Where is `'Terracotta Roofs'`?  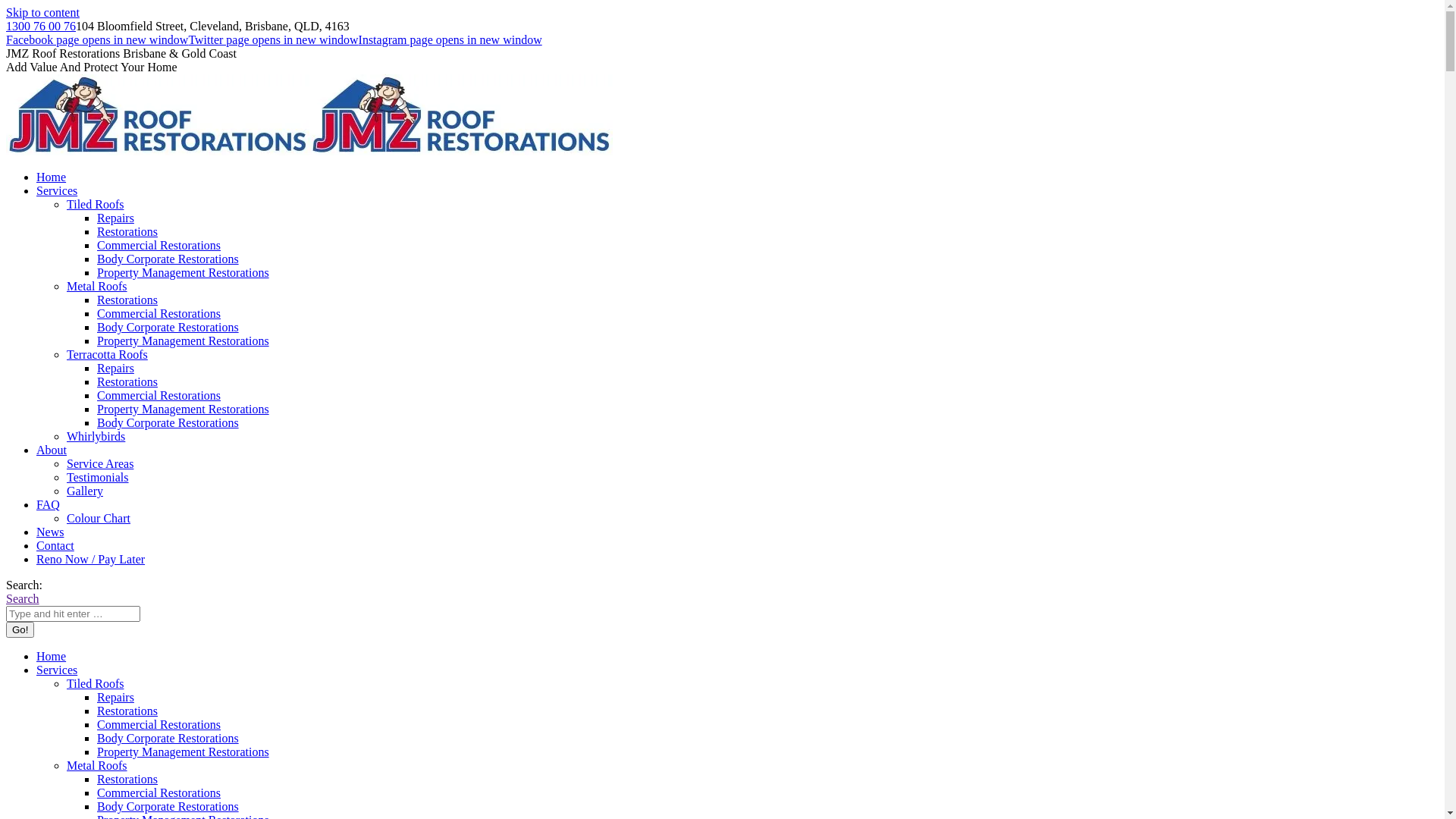
'Terracotta Roofs' is located at coordinates (106, 354).